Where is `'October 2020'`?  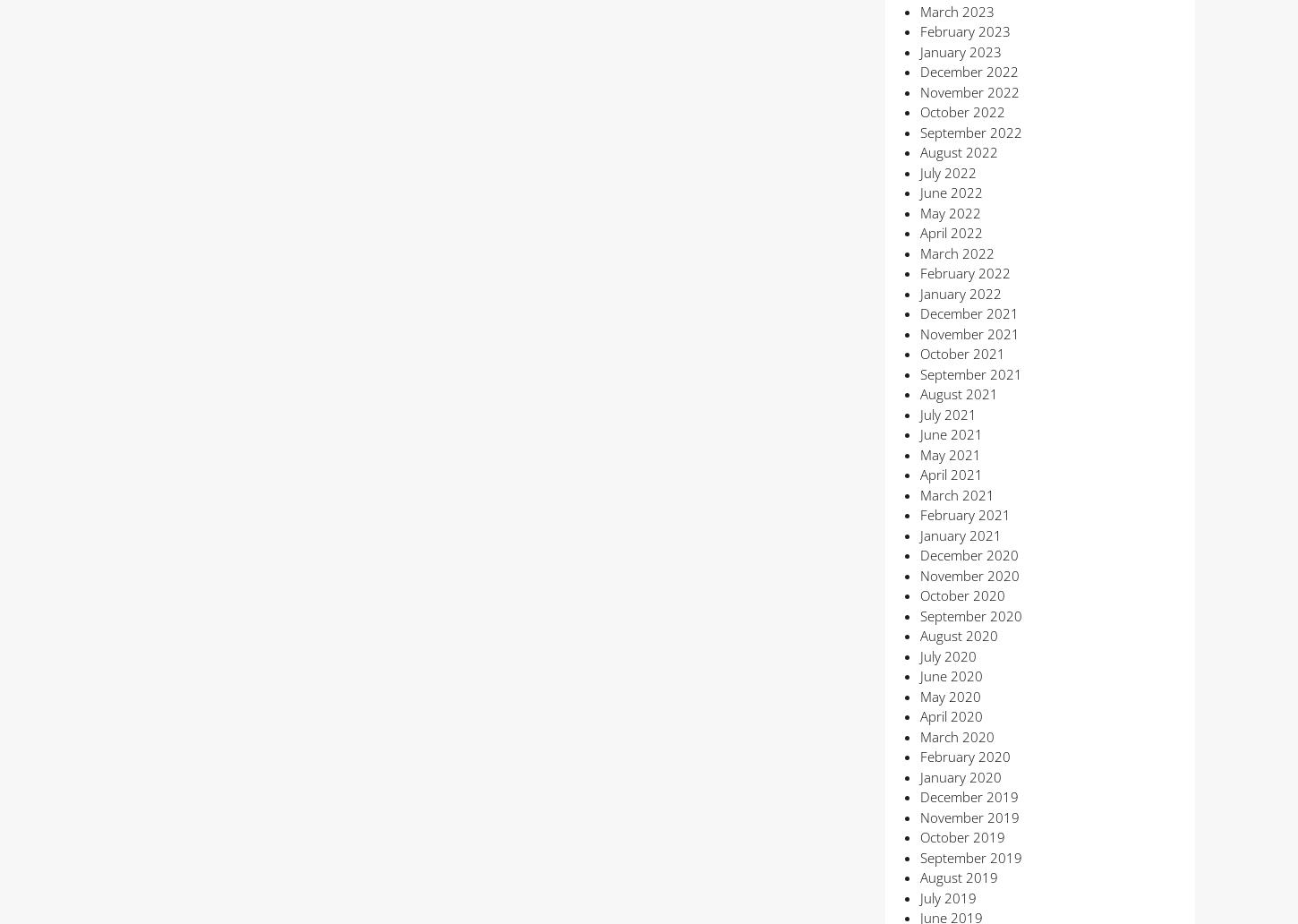 'October 2020' is located at coordinates (961, 595).